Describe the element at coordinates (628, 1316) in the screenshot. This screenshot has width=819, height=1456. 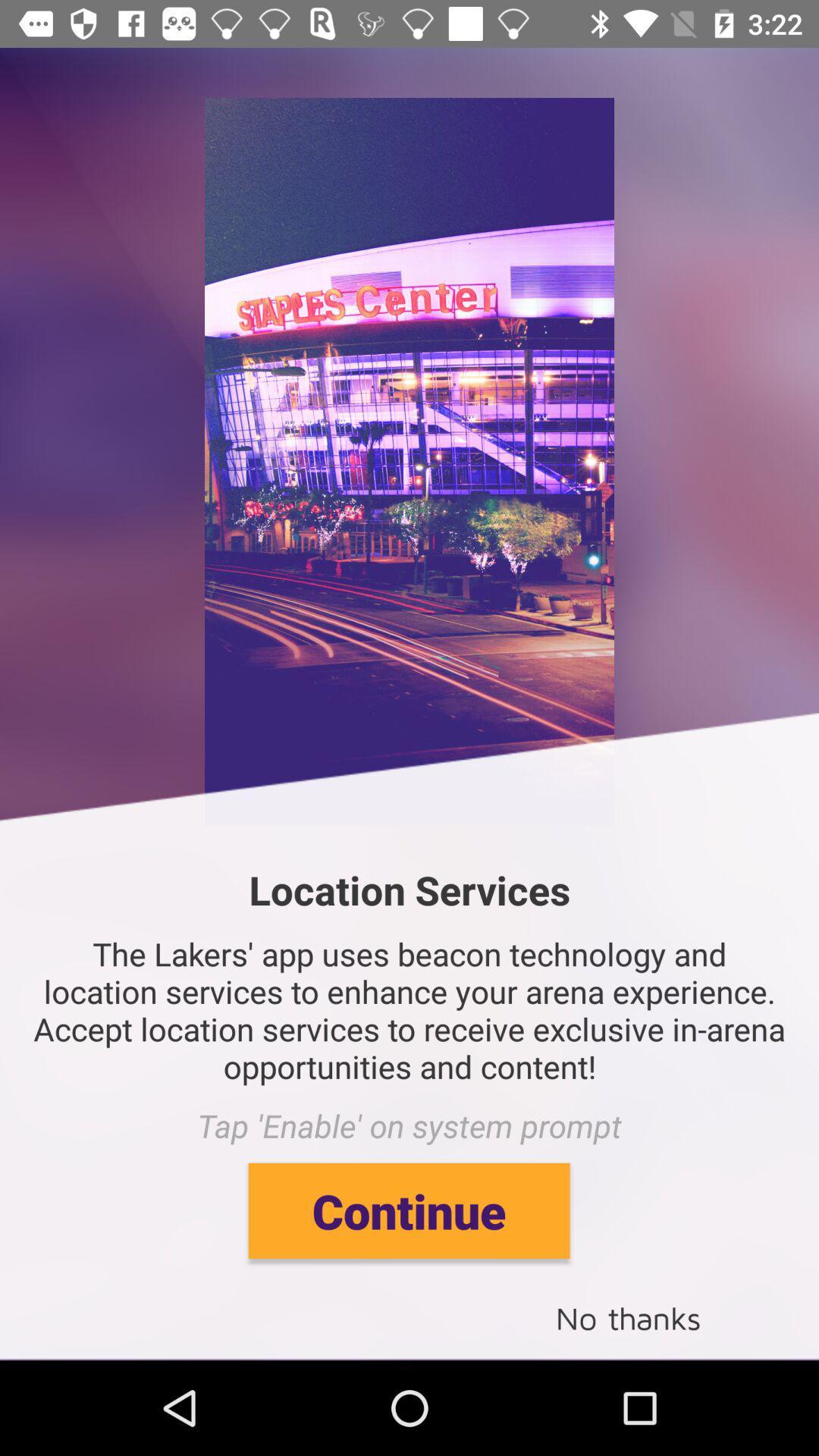
I see `icon below continue item` at that location.